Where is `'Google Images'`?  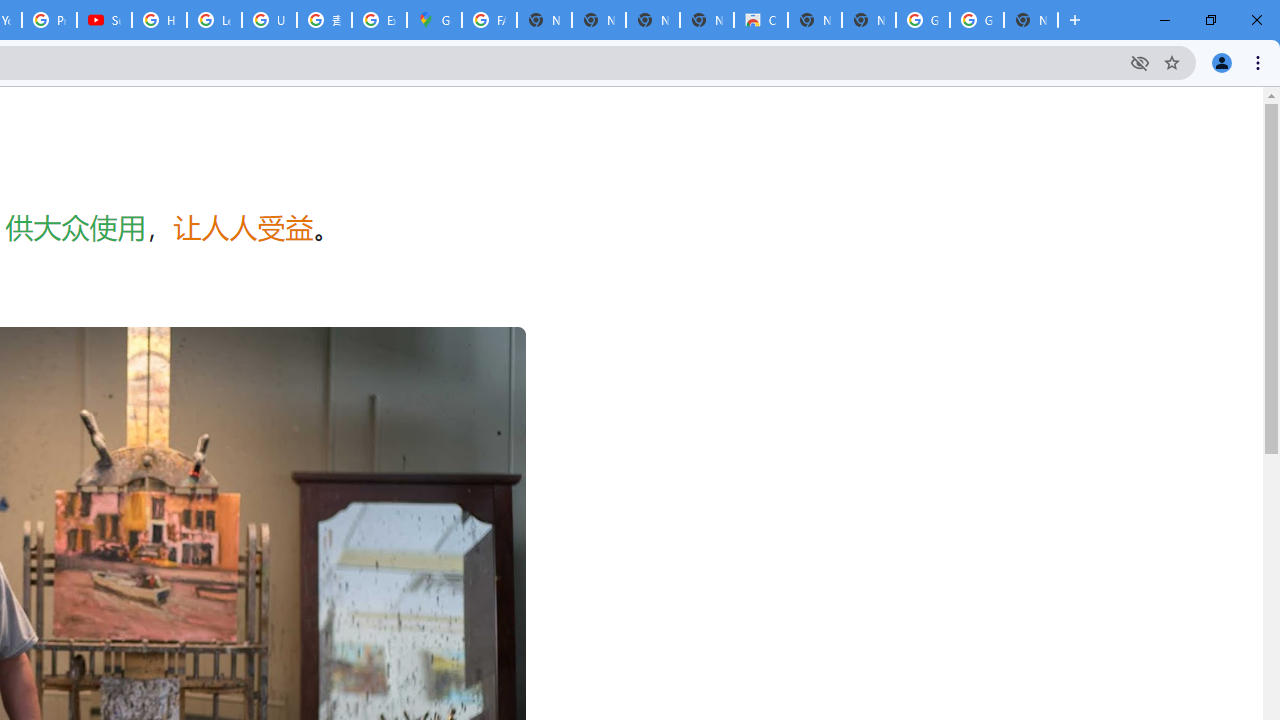
'Google Images' is located at coordinates (976, 20).